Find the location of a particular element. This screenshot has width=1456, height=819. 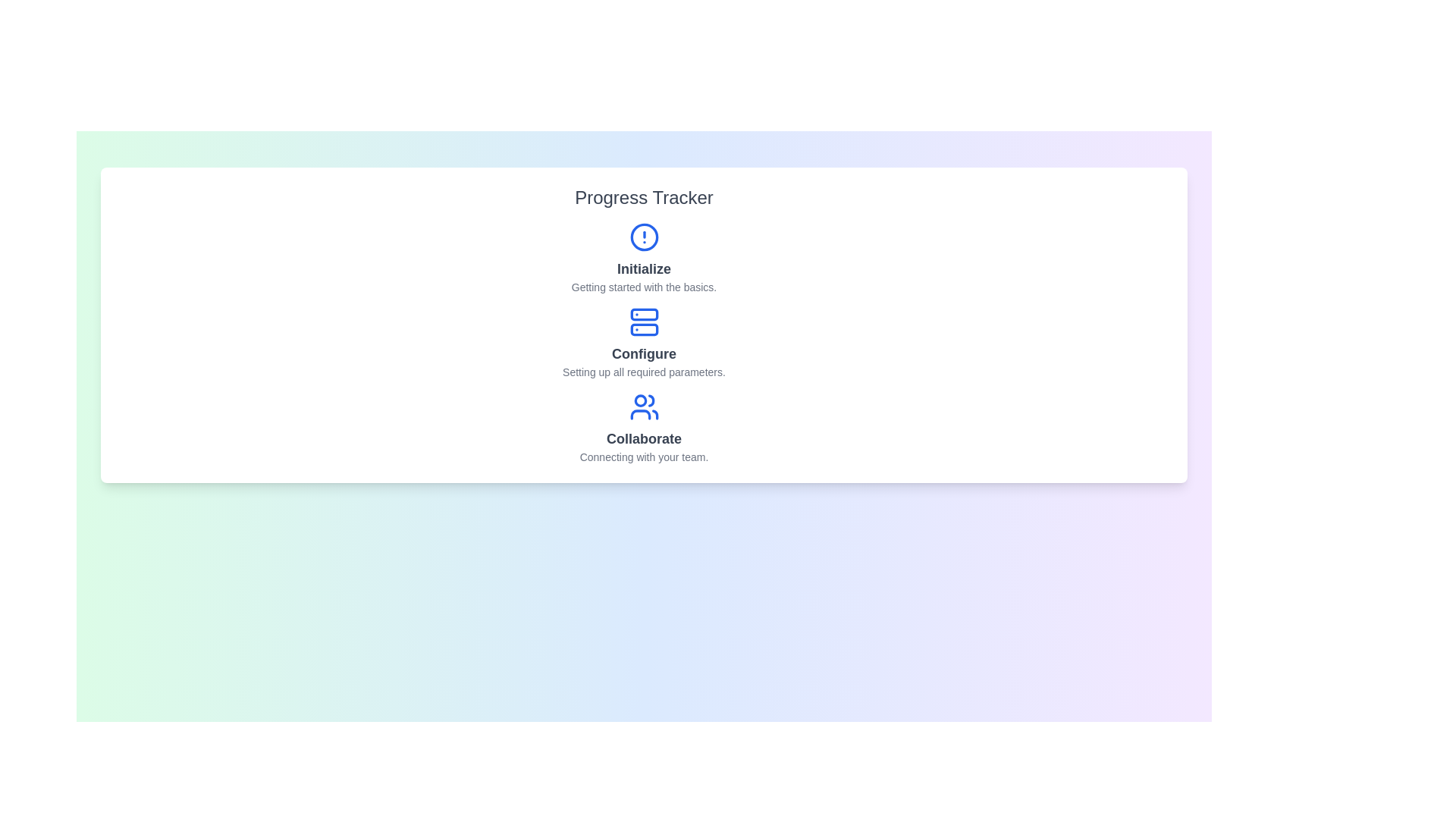

the icon for Collaborate to reveal more information is located at coordinates (644, 406).